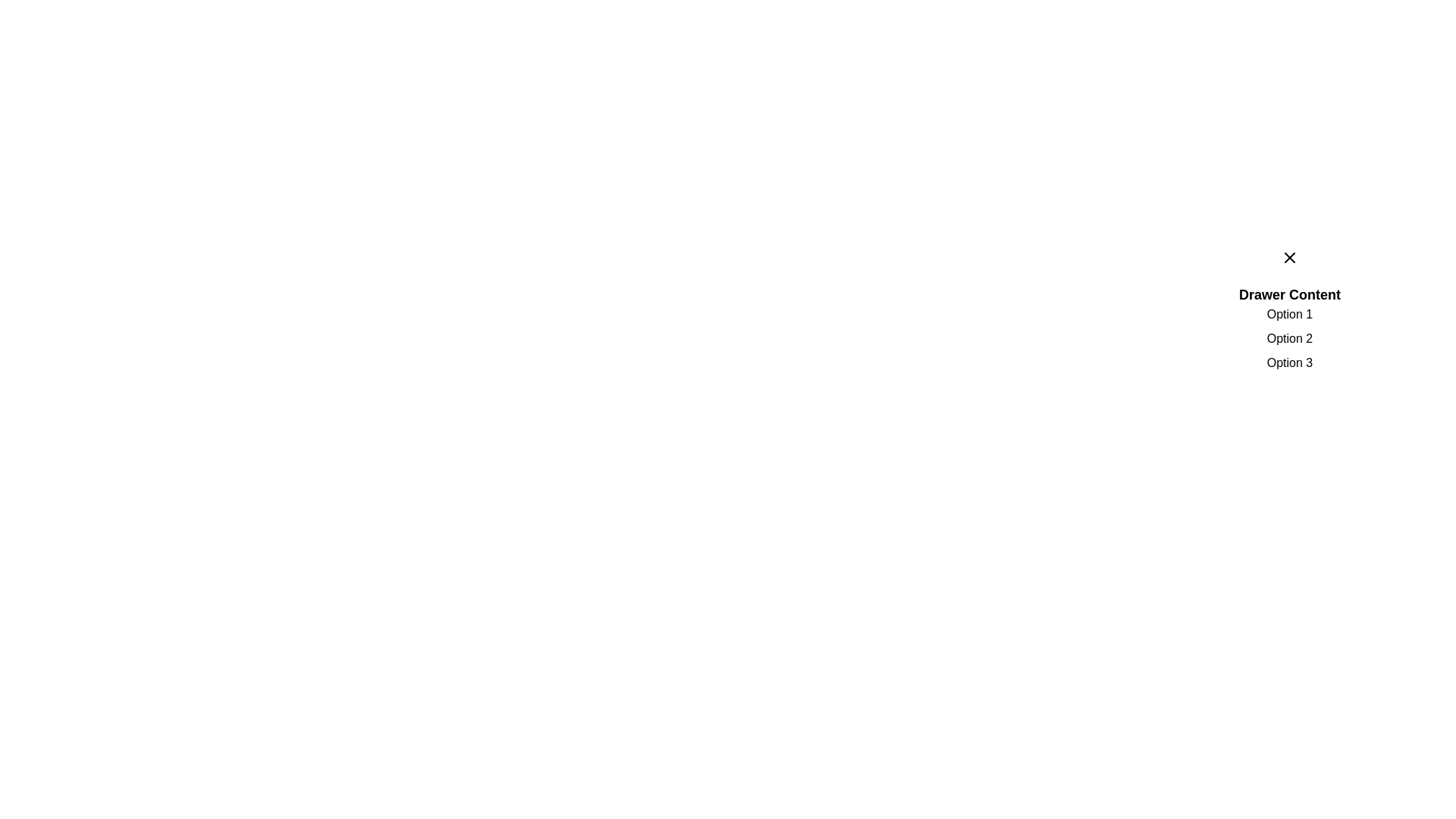  What do you see at coordinates (1288, 362) in the screenshot?
I see `the 'Option 3' text element, which is the third option in a vertical list of three options` at bounding box center [1288, 362].